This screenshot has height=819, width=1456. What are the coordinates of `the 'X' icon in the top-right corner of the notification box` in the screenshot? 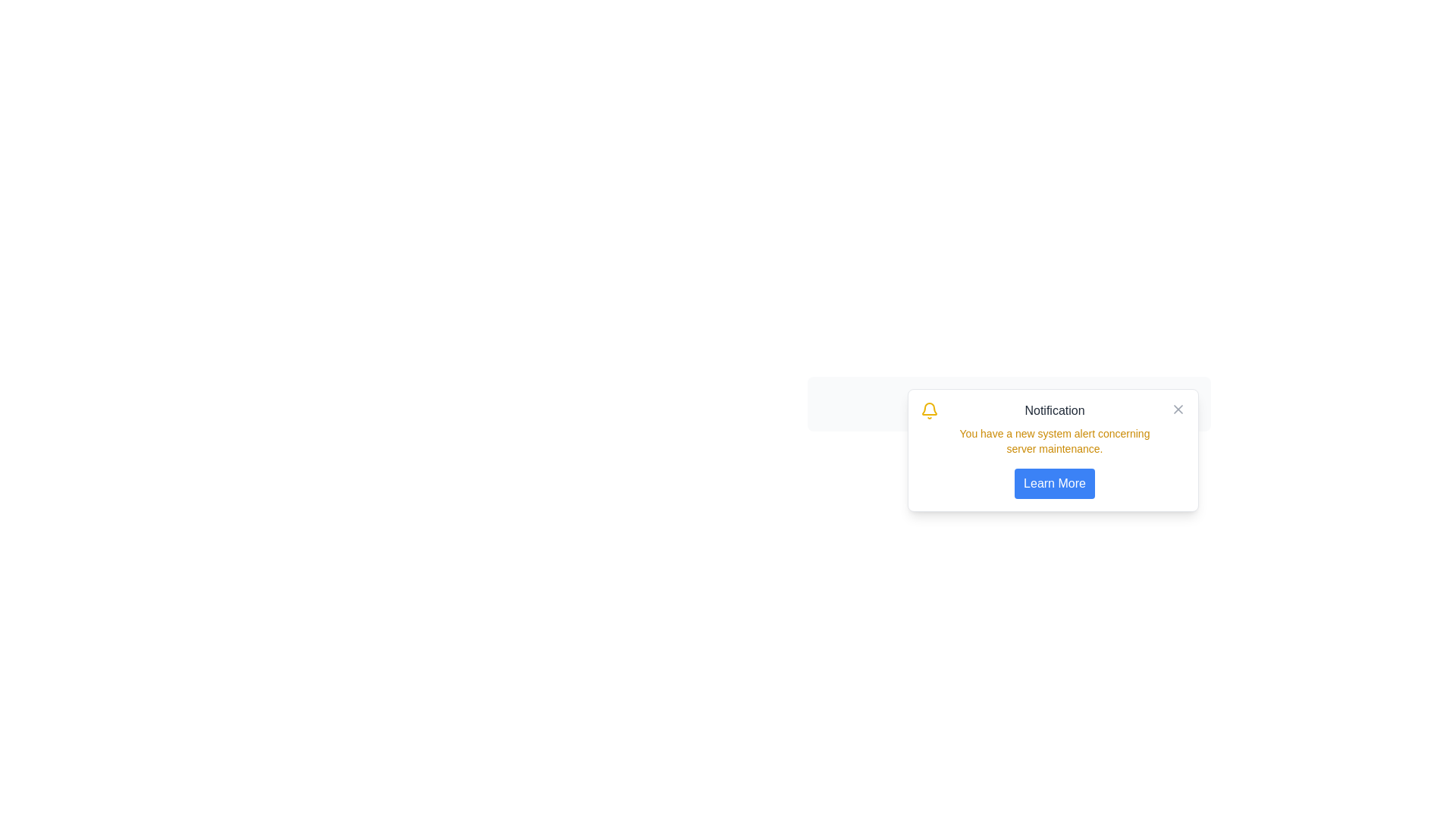 It's located at (1178, 409).